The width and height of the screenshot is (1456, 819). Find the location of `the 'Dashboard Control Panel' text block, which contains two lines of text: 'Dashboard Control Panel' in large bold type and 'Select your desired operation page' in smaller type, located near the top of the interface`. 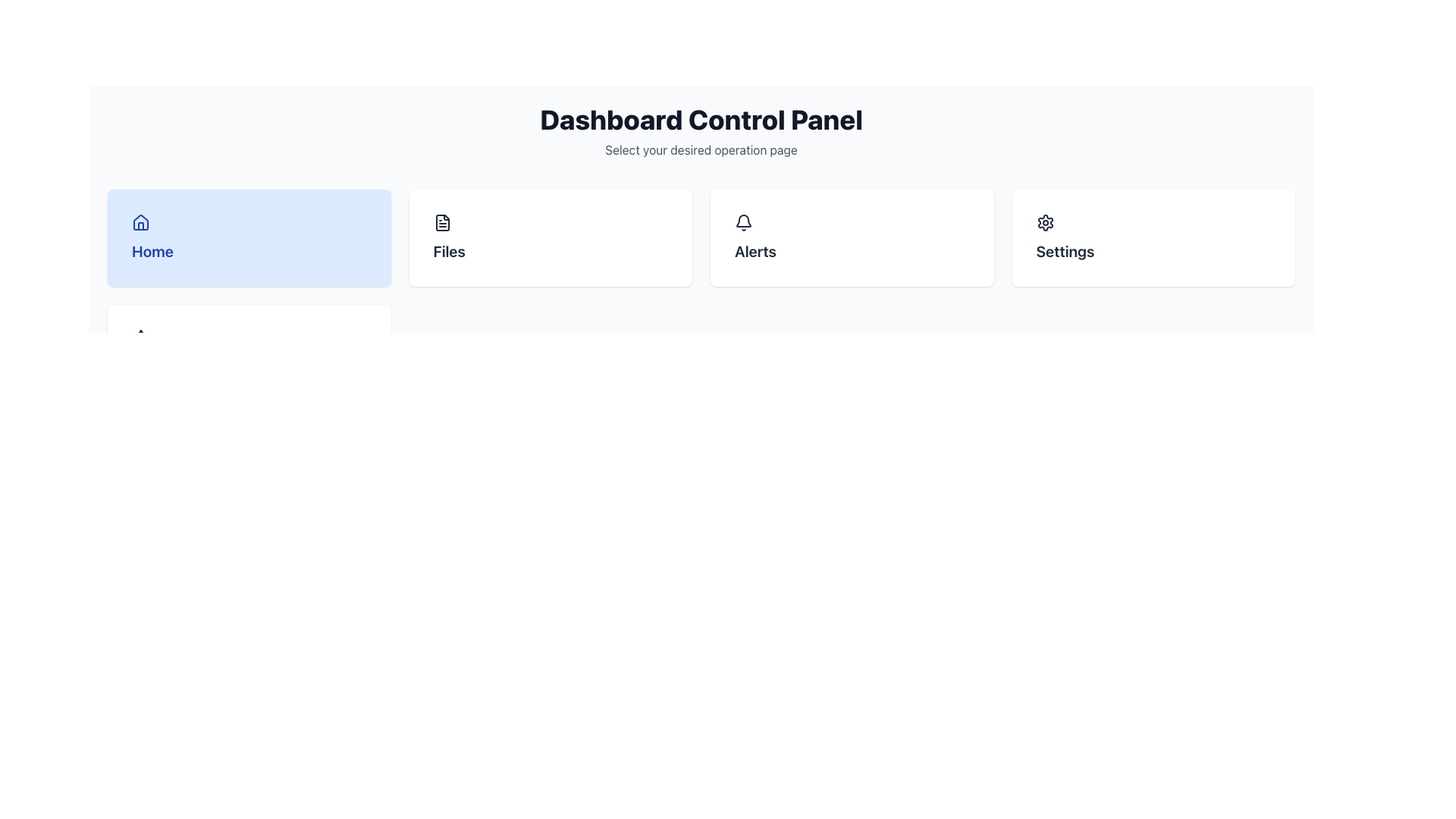

the 'Dashboard Control Panel' text block, which contains two lines of text: 'Dashboard Control Panel' in large bold type and 'Select your desired operation page' in smaller type, located near the top of the interface is located at coordinates (701, 130).